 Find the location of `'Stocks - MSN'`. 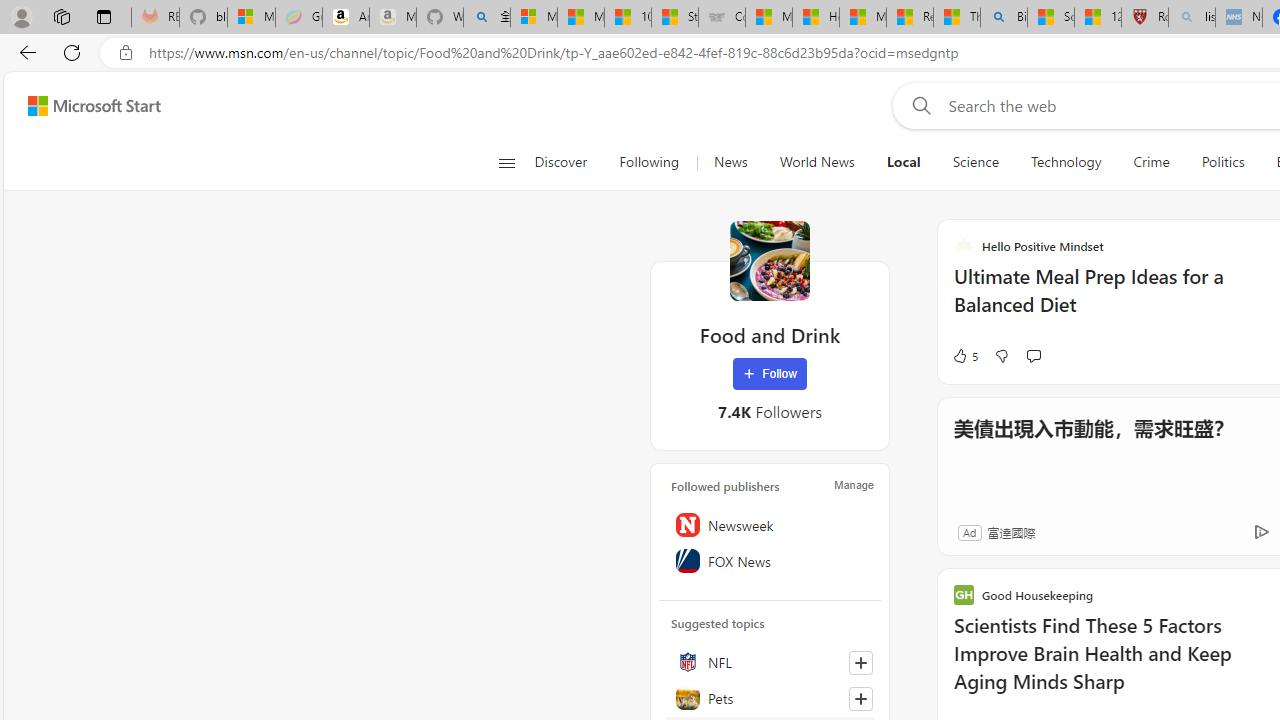

'Stocks - MSN' is located at coordinates (674, 17).